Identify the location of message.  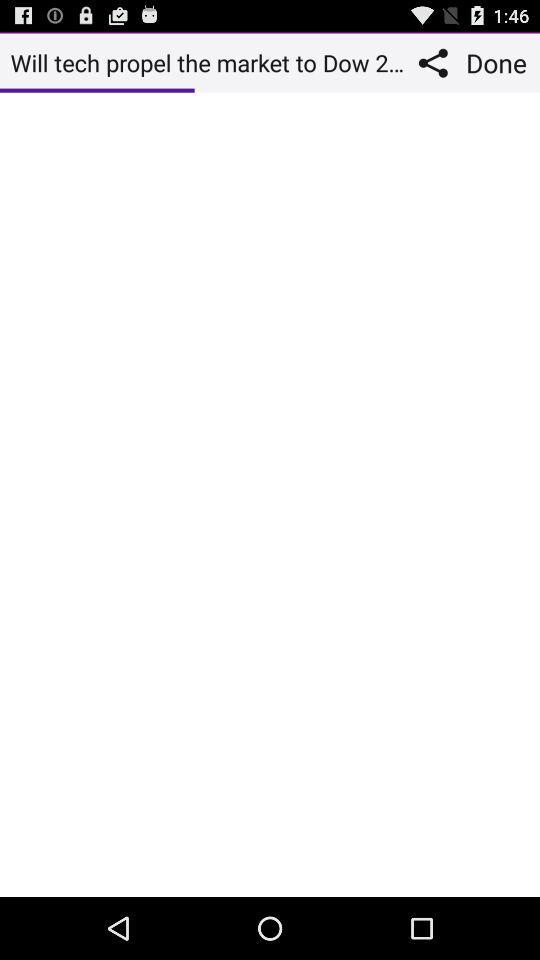
(270, 493).